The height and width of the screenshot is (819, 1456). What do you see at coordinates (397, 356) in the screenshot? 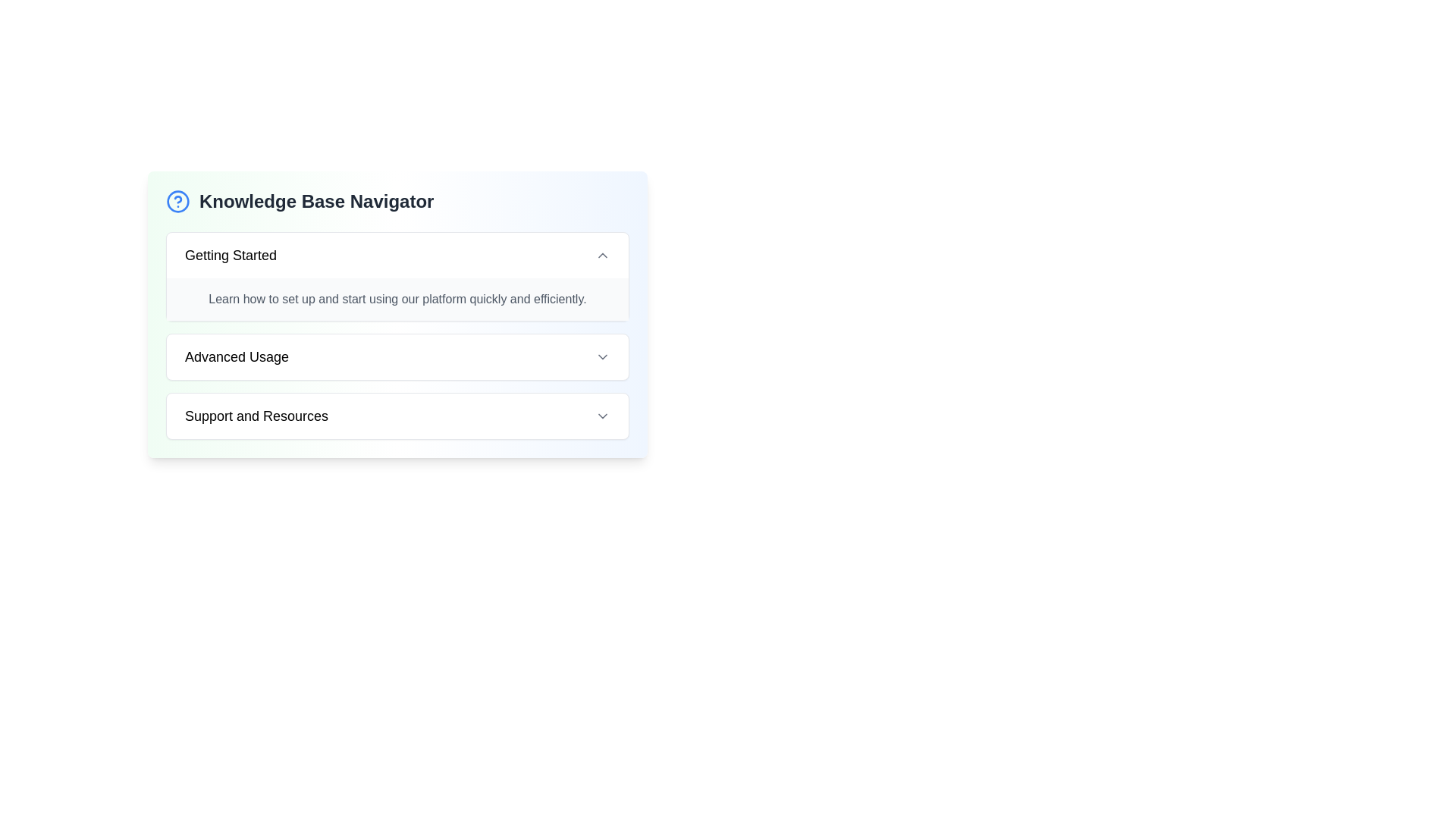
I see `the second selectable item in the vertical list of sections within the 'Knowledge Base Navigator' interface to change the background color` at bounding box center [397, 356].